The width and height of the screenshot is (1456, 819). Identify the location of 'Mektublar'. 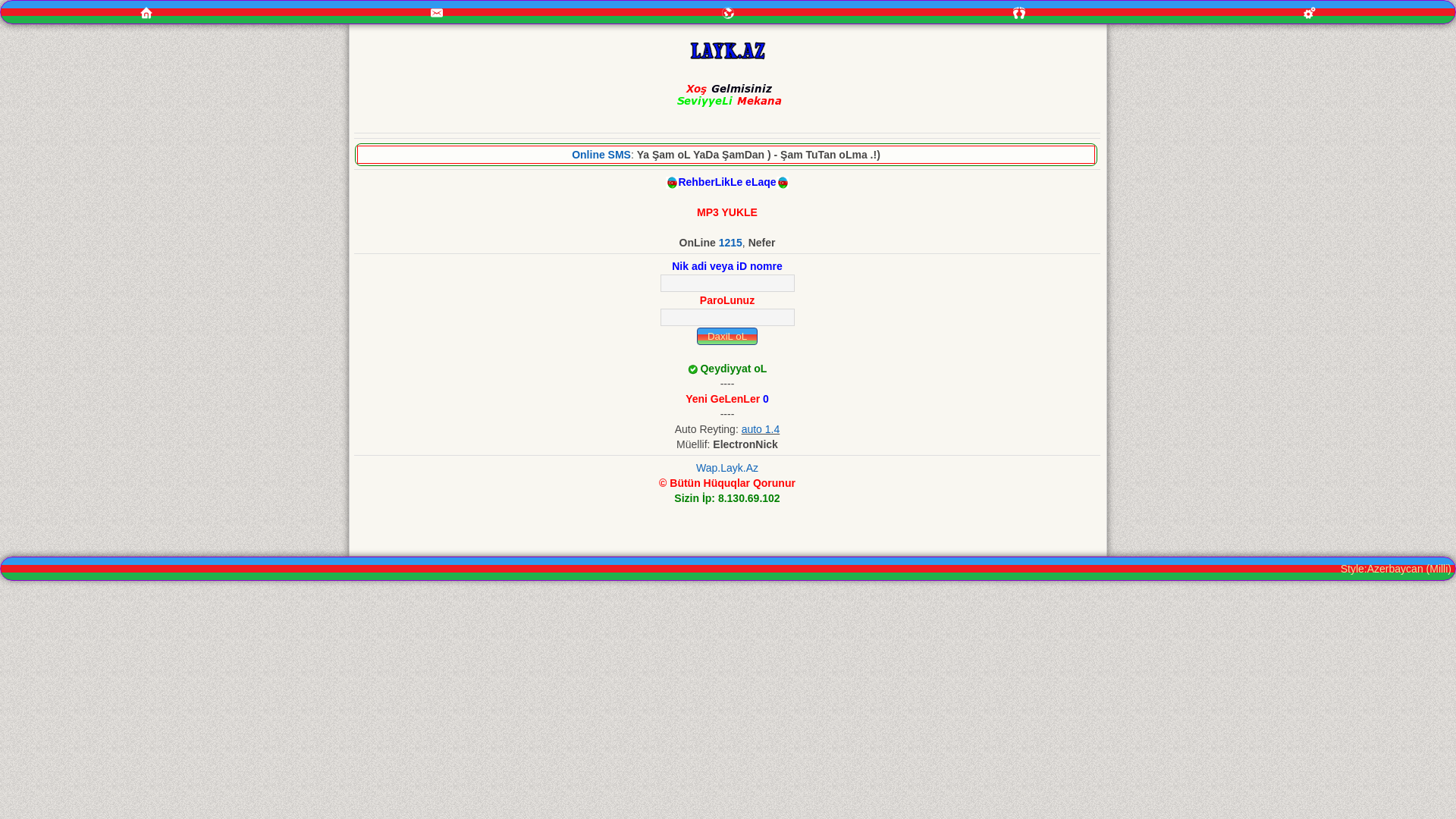
(728, 11).